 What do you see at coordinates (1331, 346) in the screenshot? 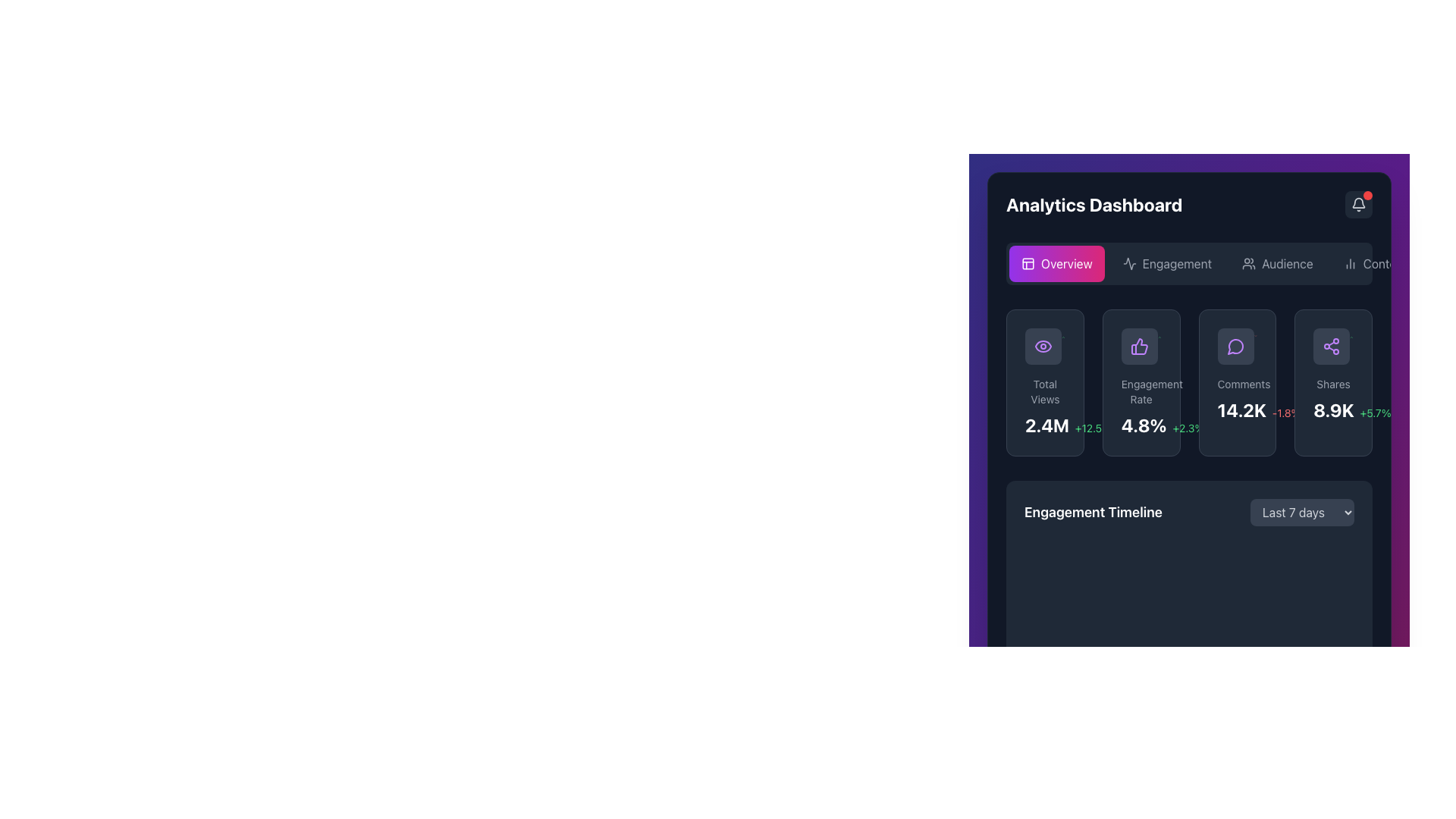
I see `the share icon that is located immediately to the right of the 'Comments' section and represents the share functionality` at bounding box center [1331, 346].